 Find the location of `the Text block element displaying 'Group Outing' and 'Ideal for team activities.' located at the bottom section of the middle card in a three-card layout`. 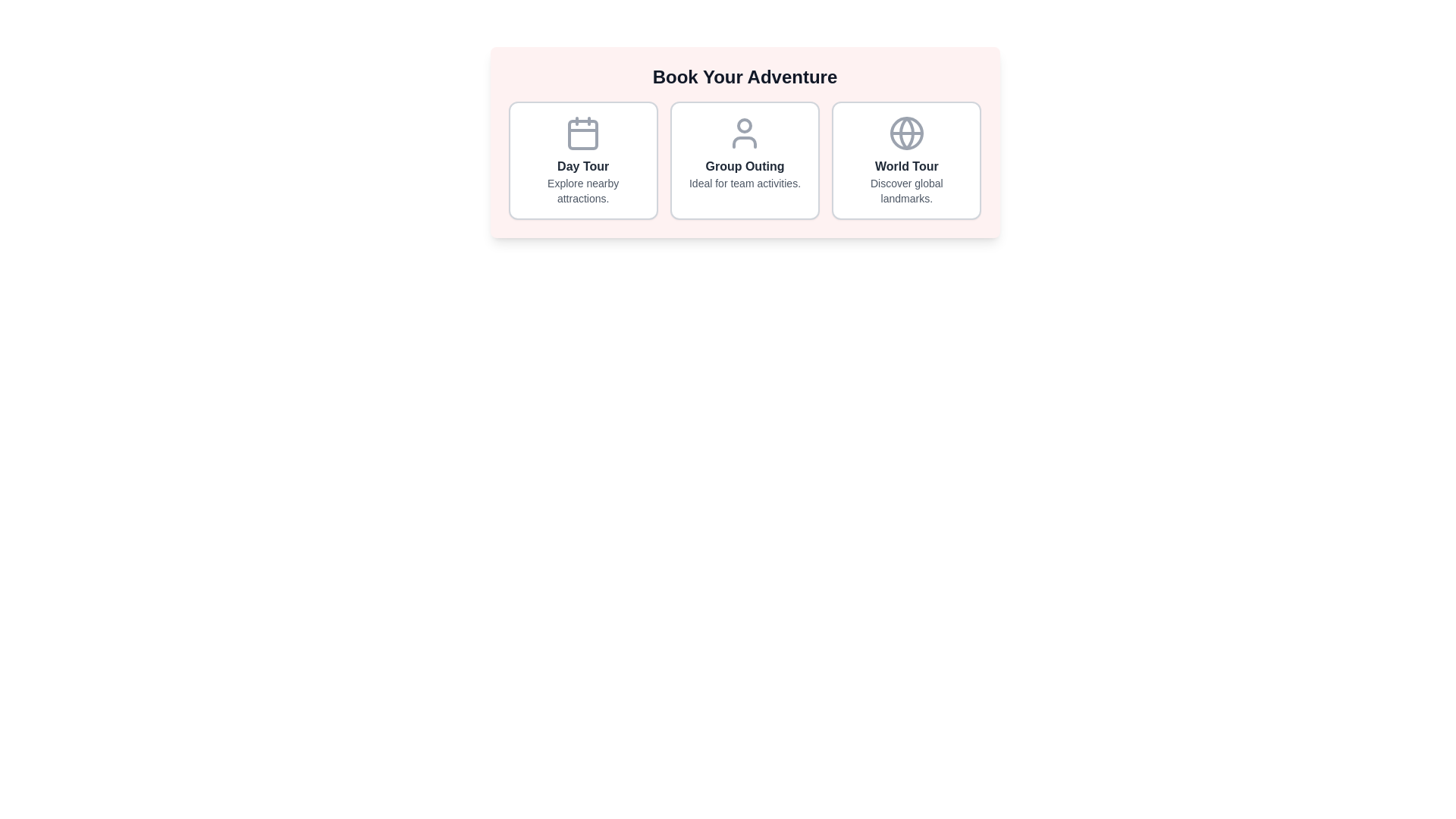

the Text block element displaying 'Group Outing' and 'Ideal for team activities.' located at the bottom section of the middle card in a three-card layout is located at coordinates (745, 174).